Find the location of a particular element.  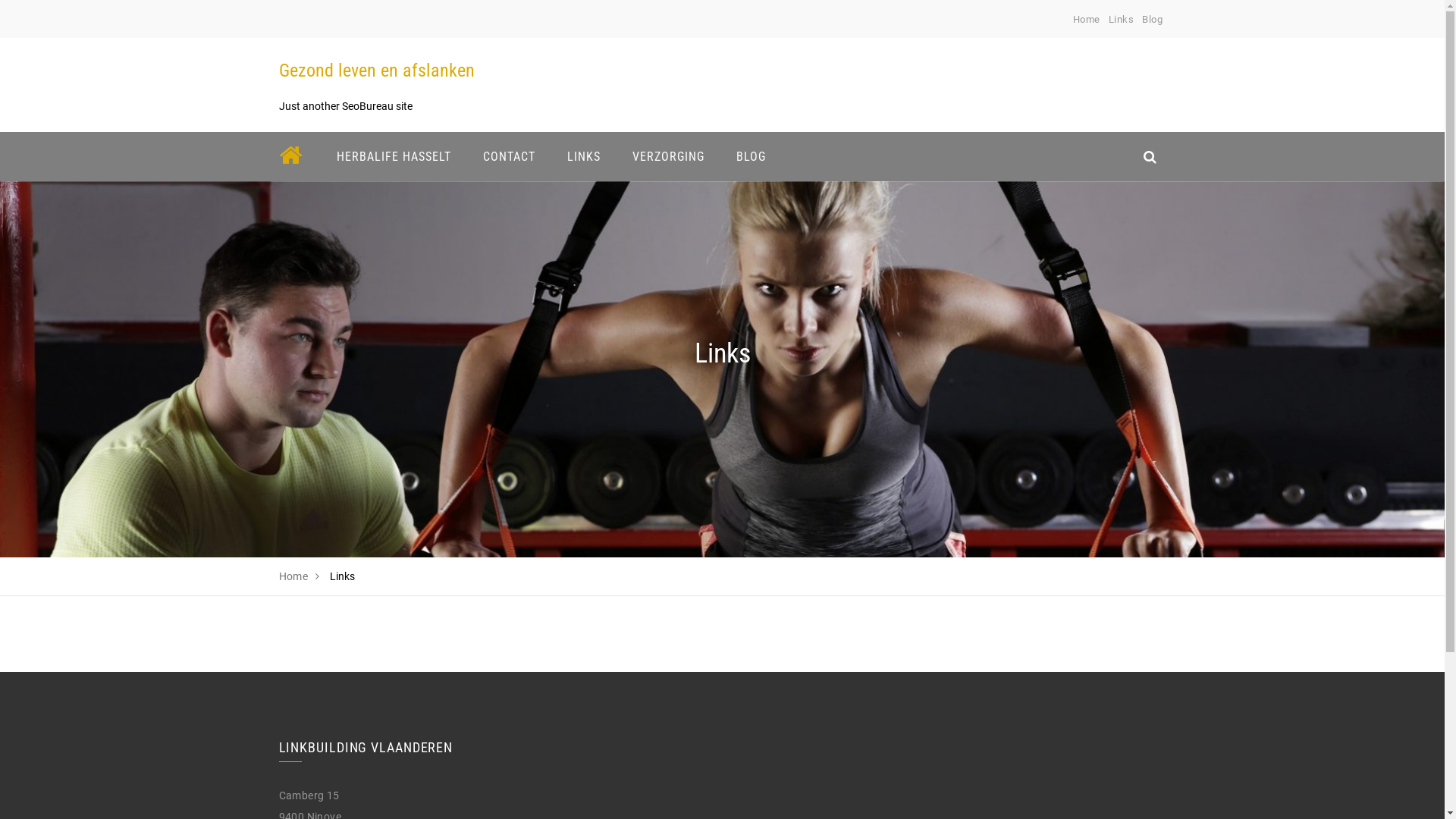

'VERZORGING' is located at coordinates (622, 156).